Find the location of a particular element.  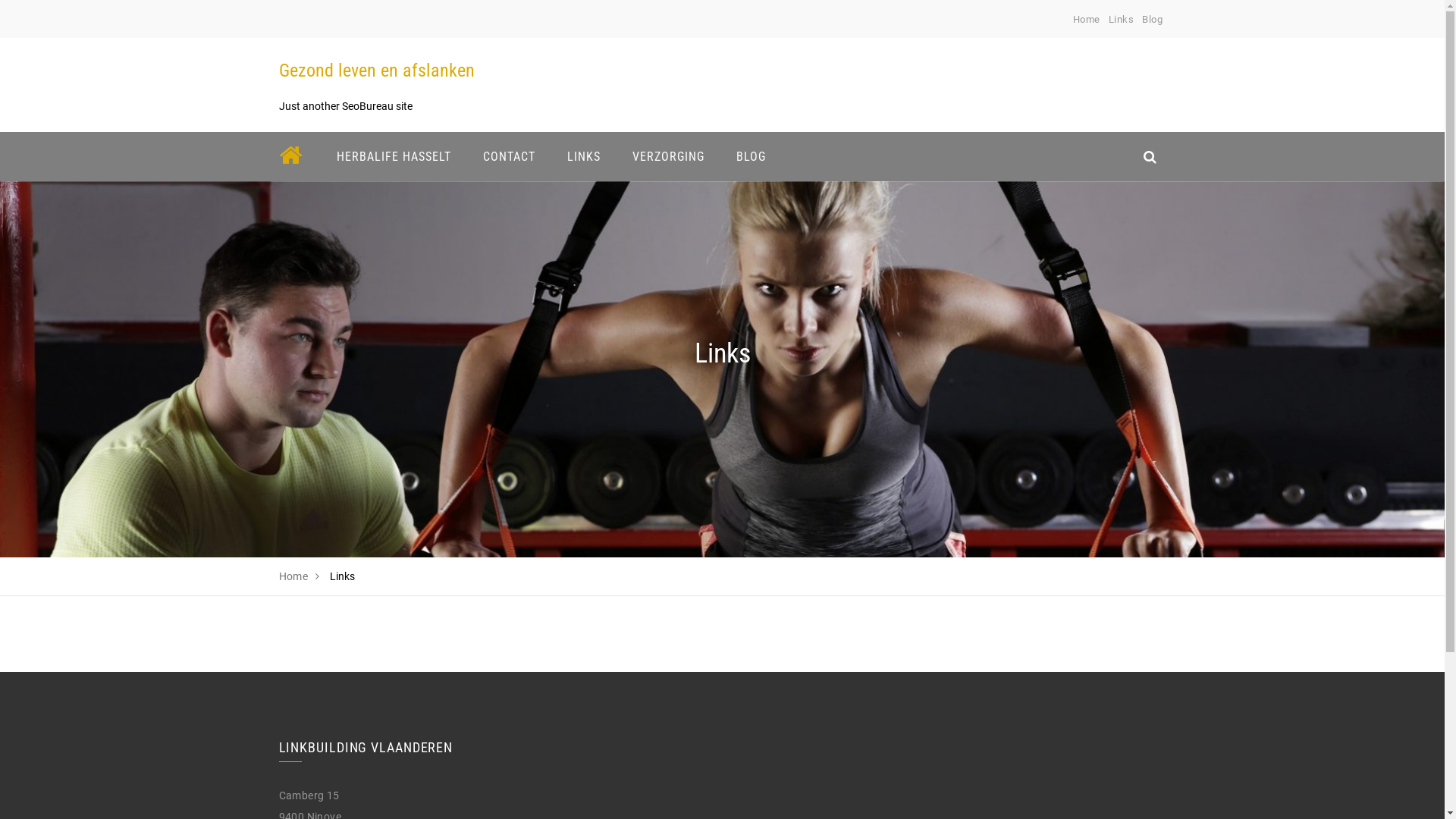

'VERZORGING' is located at coordinates (622, 156).